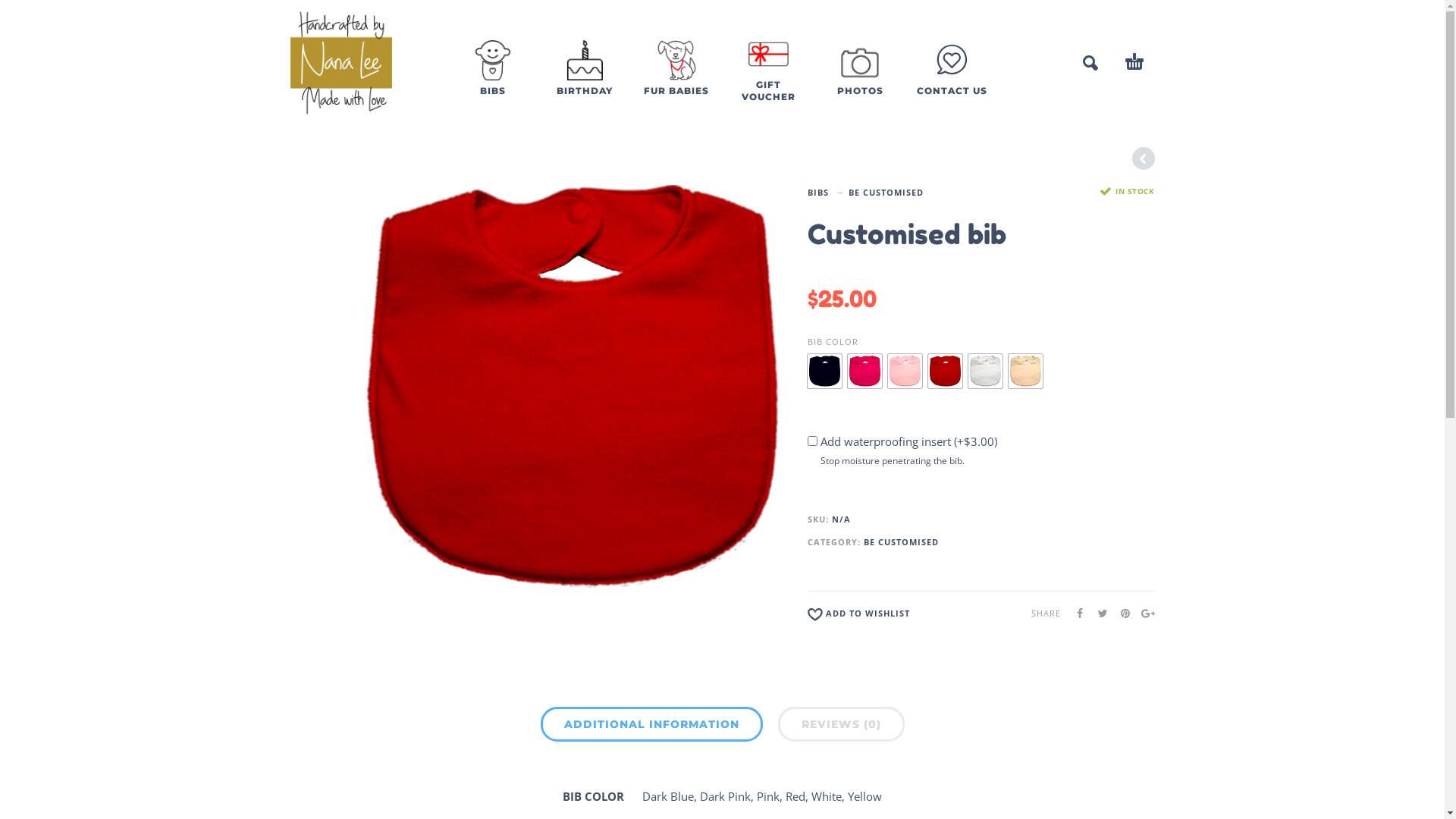 This screenshot has width=1456, height=819. I want to click on 'CONTACT US', so click(950, 88).